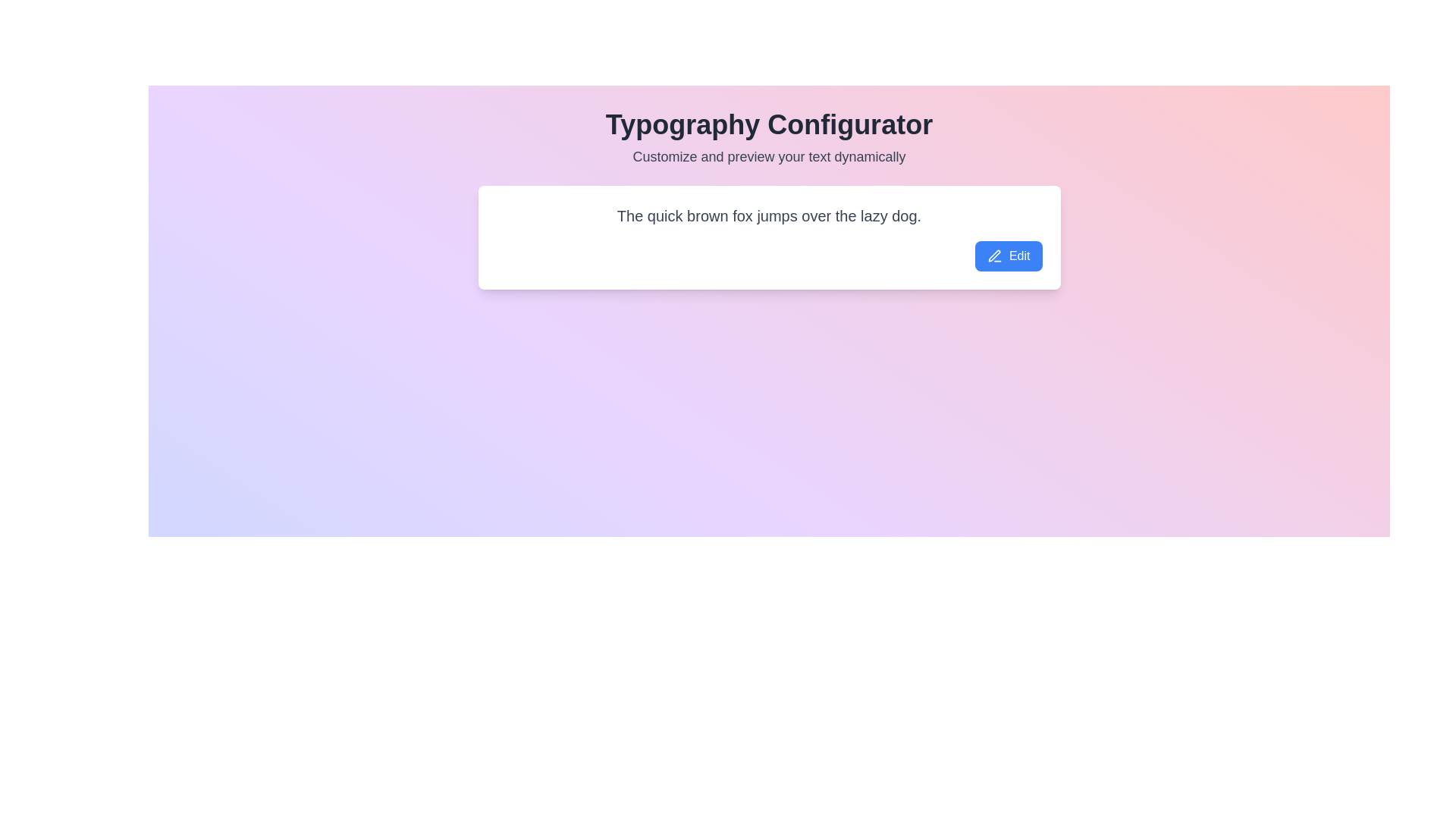  What do you see at coordinates (769, 157) in the screenshot?
I see `text from the text label positioned below the header 'Typography Configurator', which is styled in light gray and has a smaller font size` at bounding box center [769, 157].